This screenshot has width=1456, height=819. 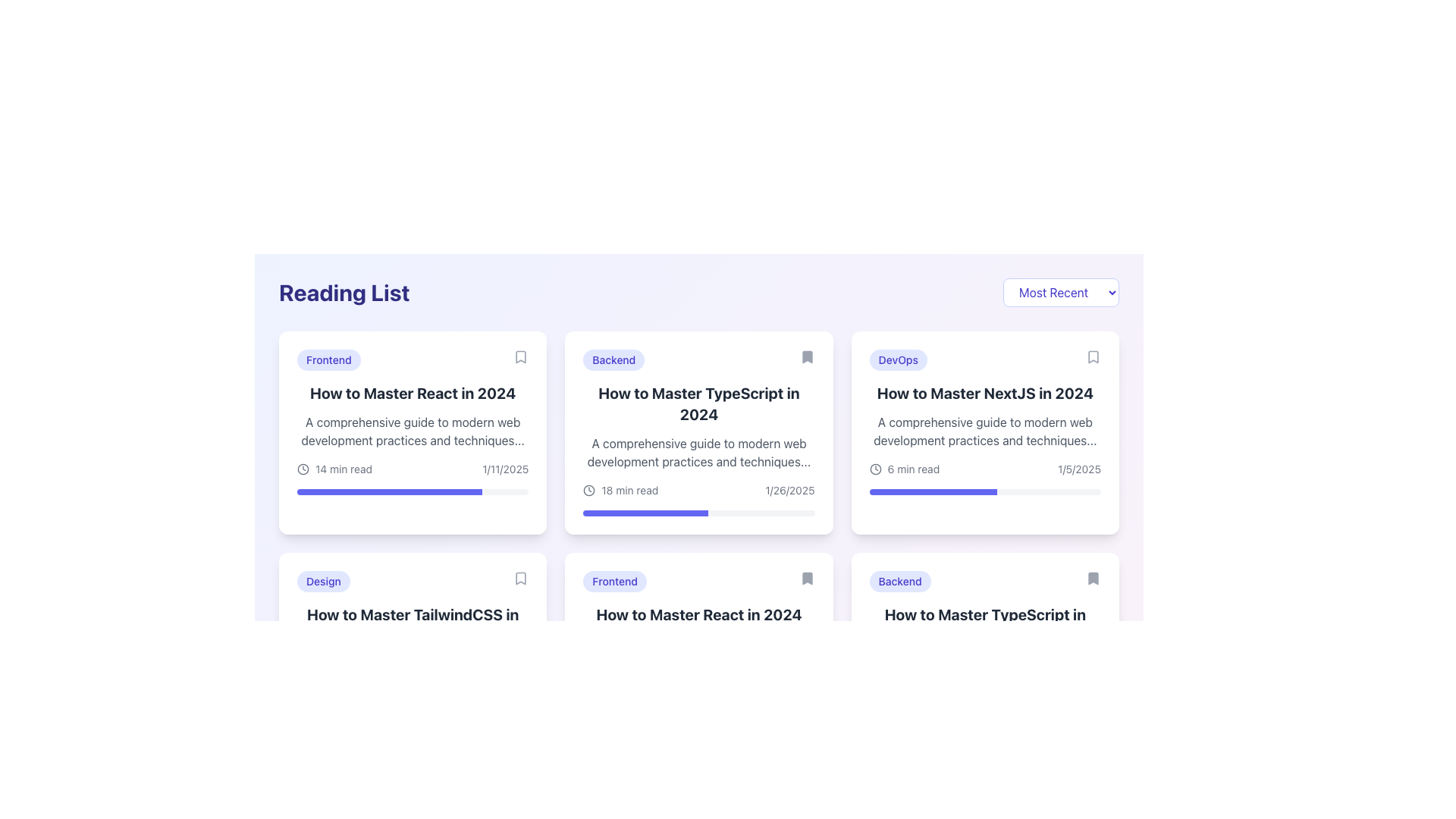 What do you see at coordinates (985, 432) in the screenshot?
I see `the third card in the 'Reading List' section, which has a purple 'DevOps' label and a headline 'How to Master NextJS in 2024'` at bounding box center [985, 432].